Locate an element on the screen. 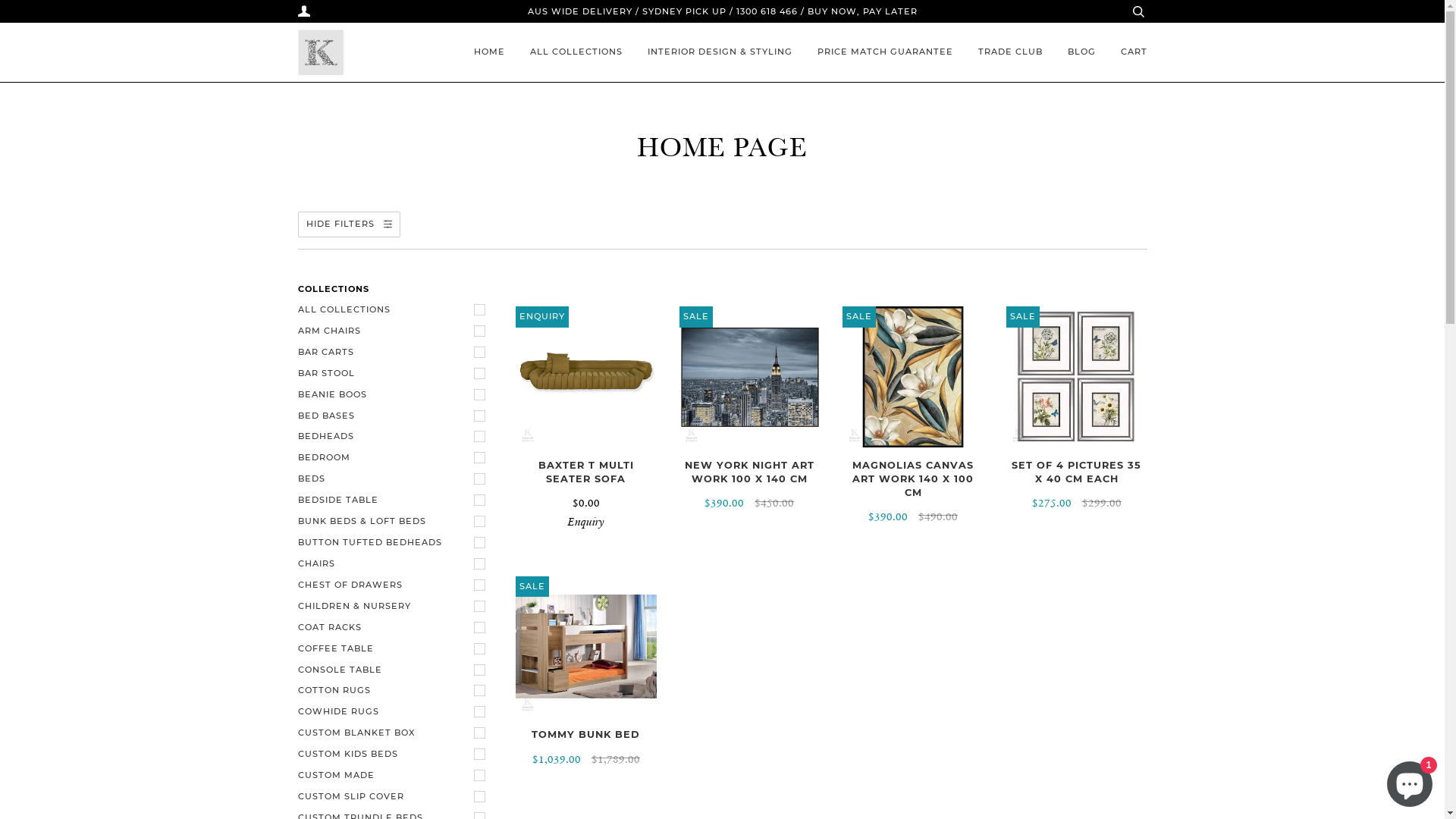 This screenshot has width=1456, height=819. 'CHEST OF DRAWERS' is located at coordinates (395, 584).